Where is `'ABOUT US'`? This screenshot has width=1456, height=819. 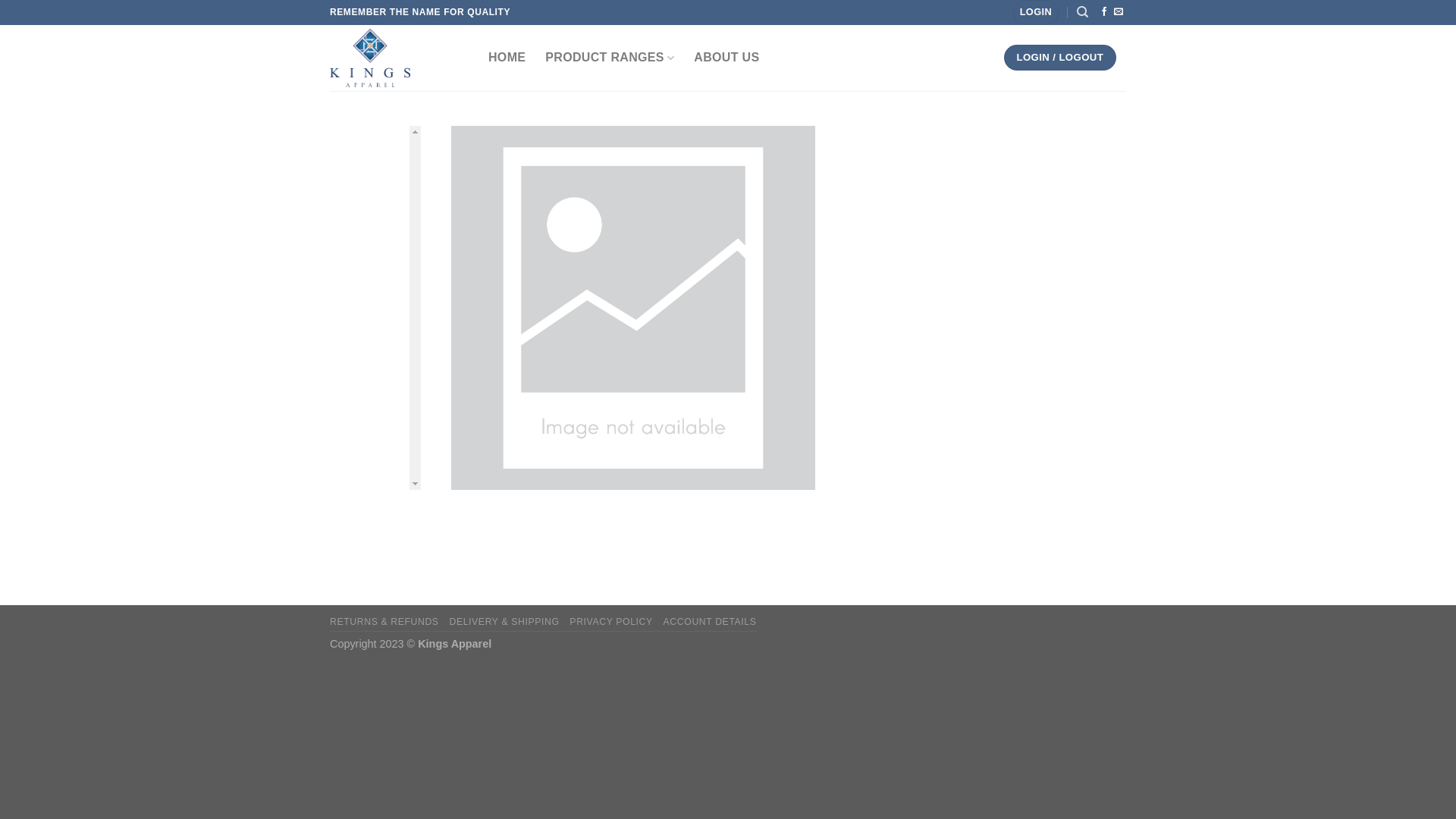
'ABOUT US' is located at coordinates (726, 57).